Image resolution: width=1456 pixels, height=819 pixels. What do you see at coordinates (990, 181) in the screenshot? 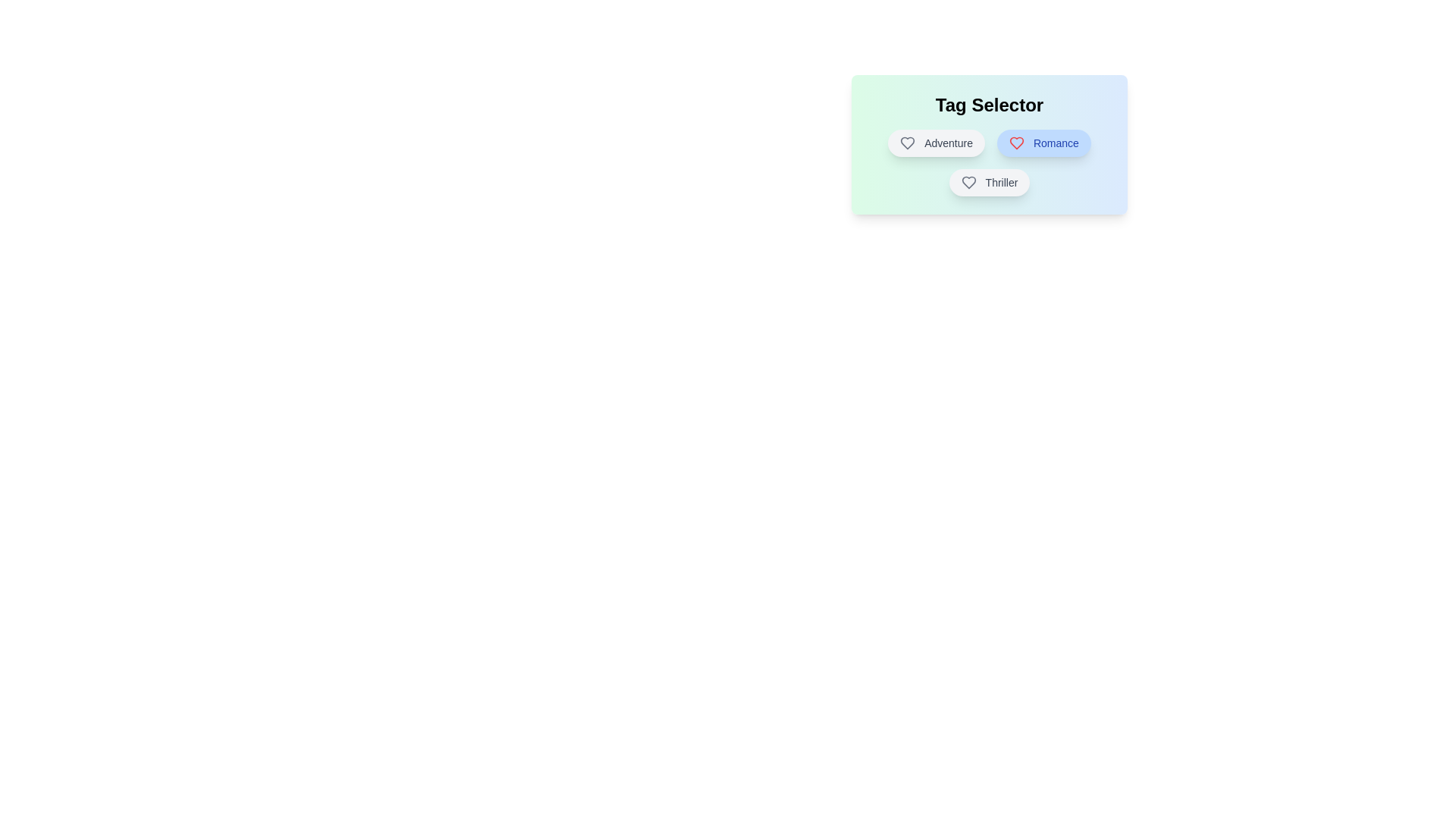
I see `the tag Thriller` at bounding box center [990, 181].